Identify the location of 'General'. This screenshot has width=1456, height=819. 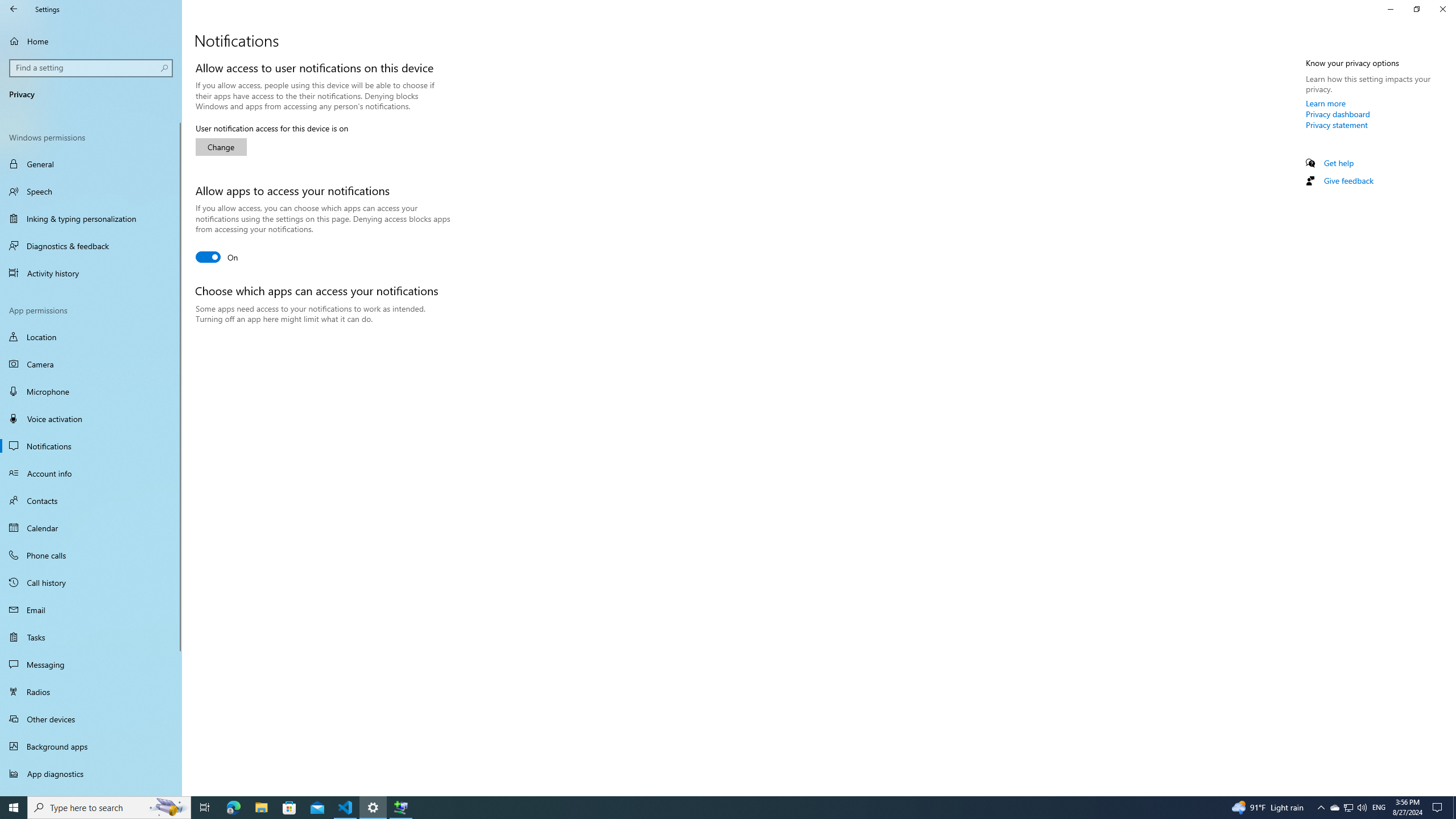
(90, 163).